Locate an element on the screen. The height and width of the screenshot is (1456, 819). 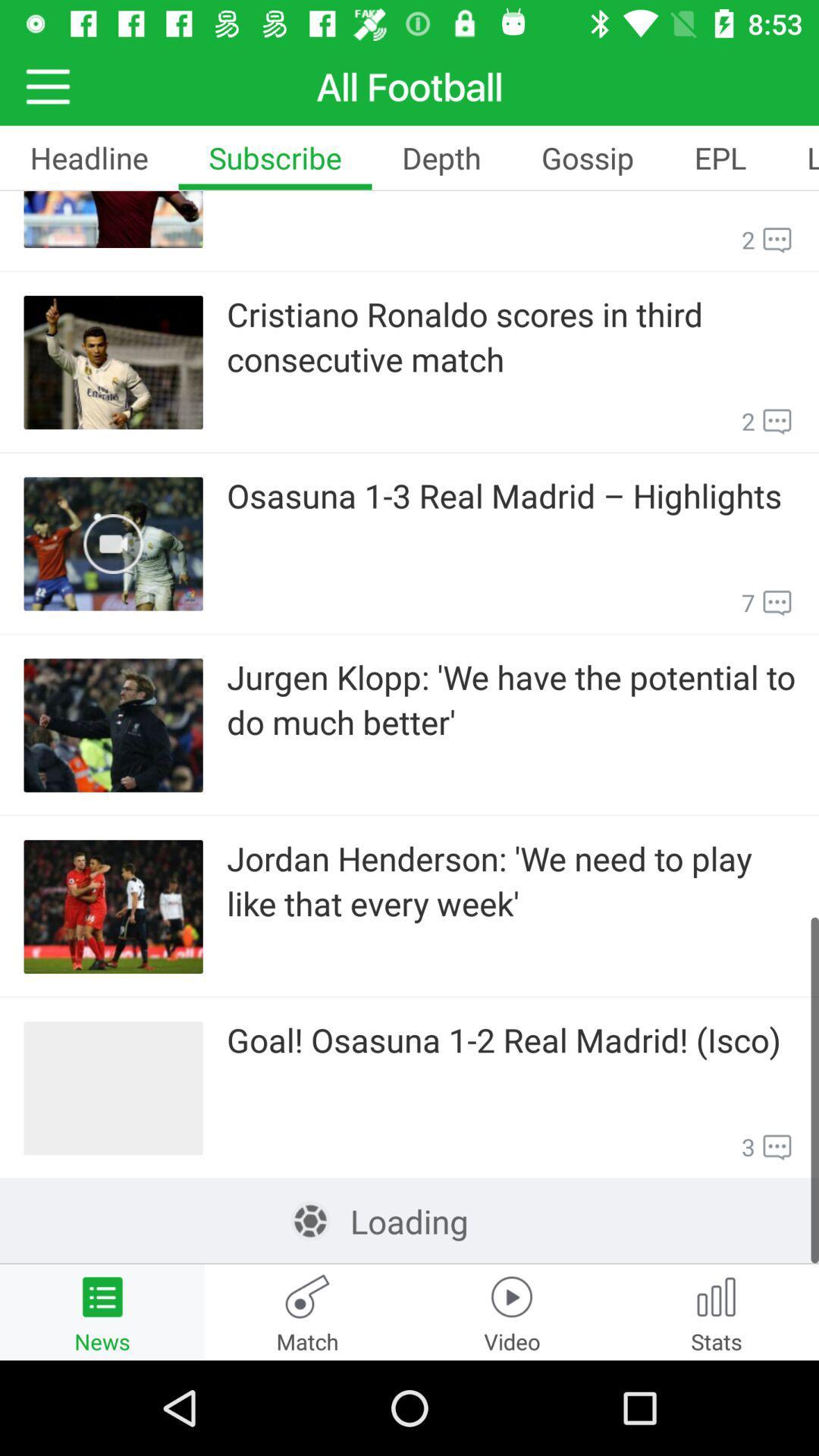
the icon which says match is located at coordinates (307, 1311).